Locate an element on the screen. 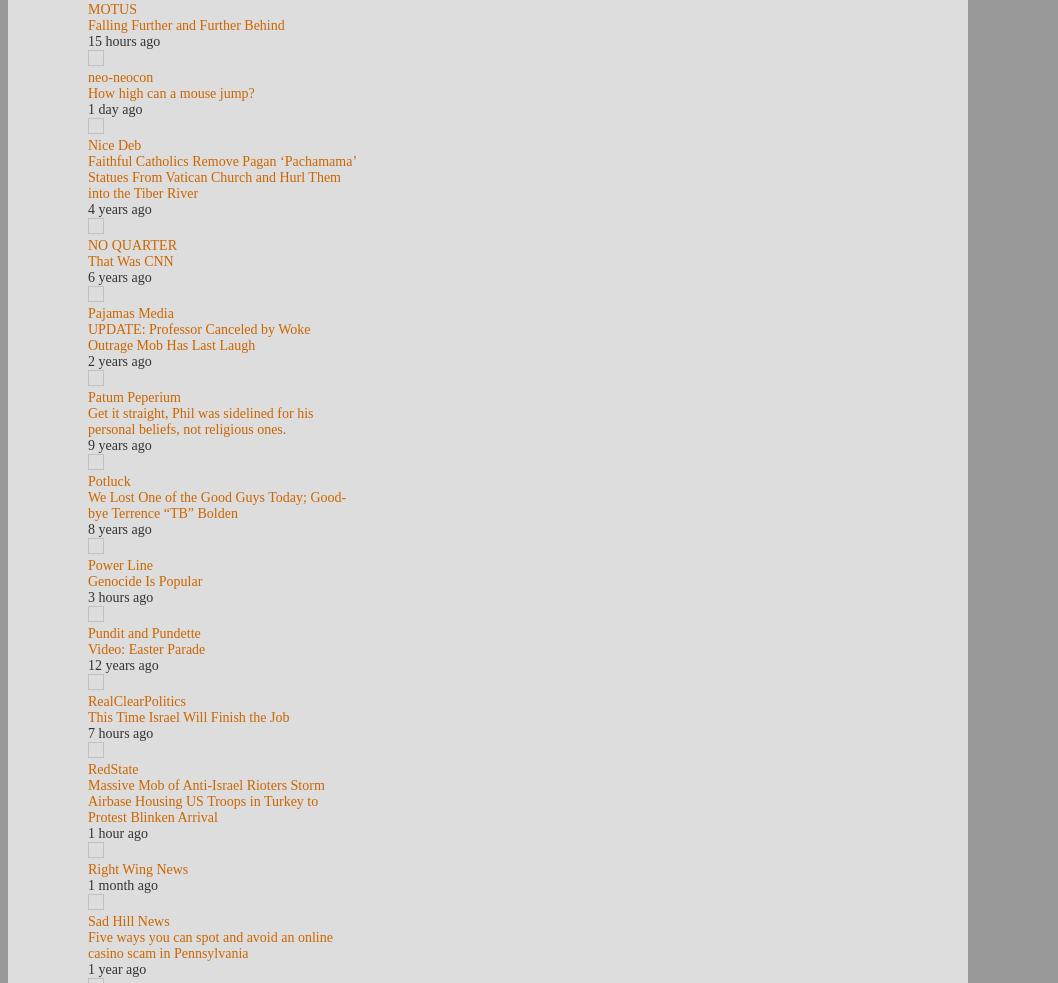 This screenshot has width=1058, height=983. 'NO QUARTER' is located at coordinates (131, 245).